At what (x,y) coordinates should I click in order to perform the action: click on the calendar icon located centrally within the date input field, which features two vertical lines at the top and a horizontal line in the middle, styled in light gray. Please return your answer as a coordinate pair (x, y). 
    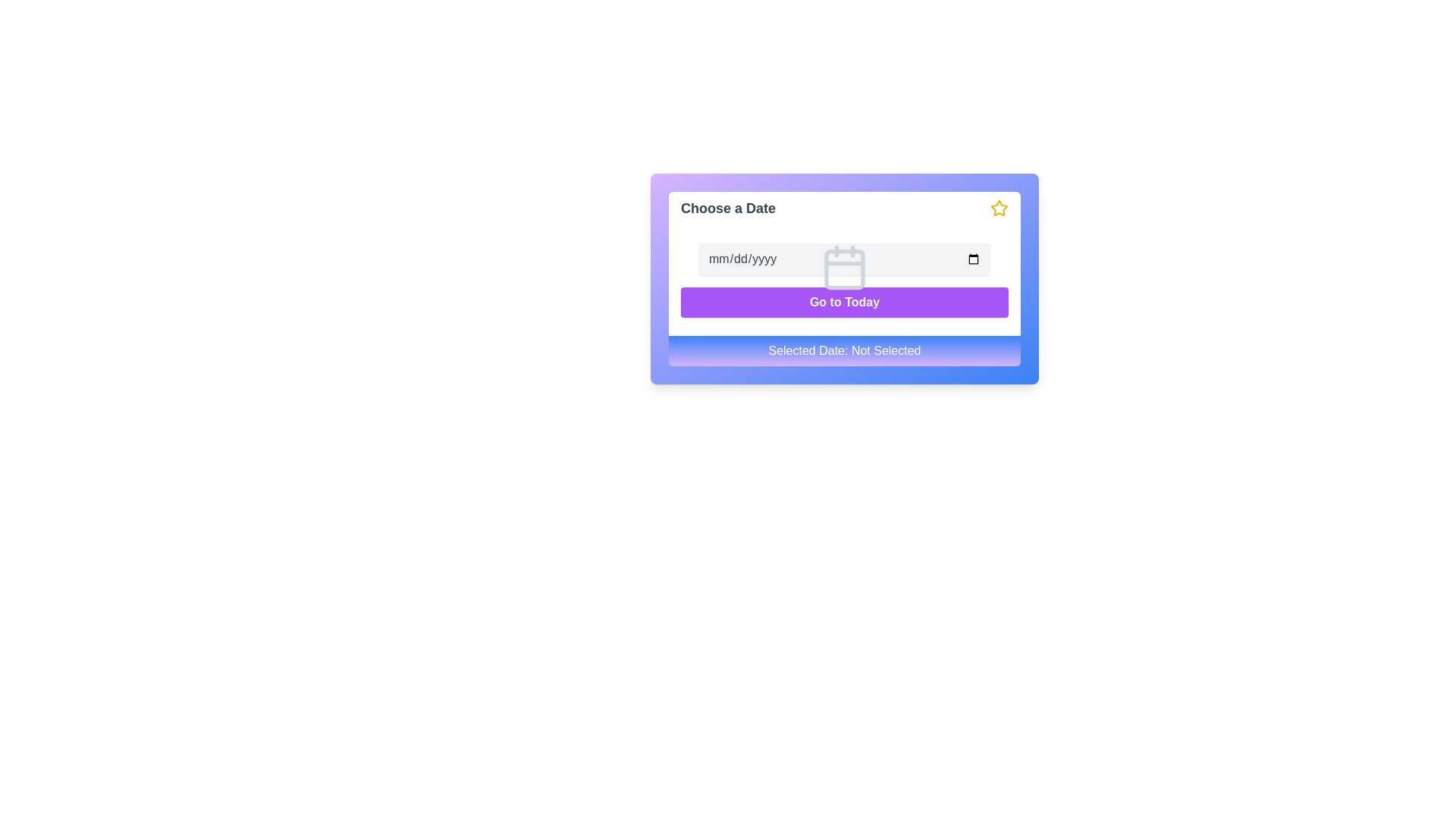
    Looking at the image, I should click on (843, 267).